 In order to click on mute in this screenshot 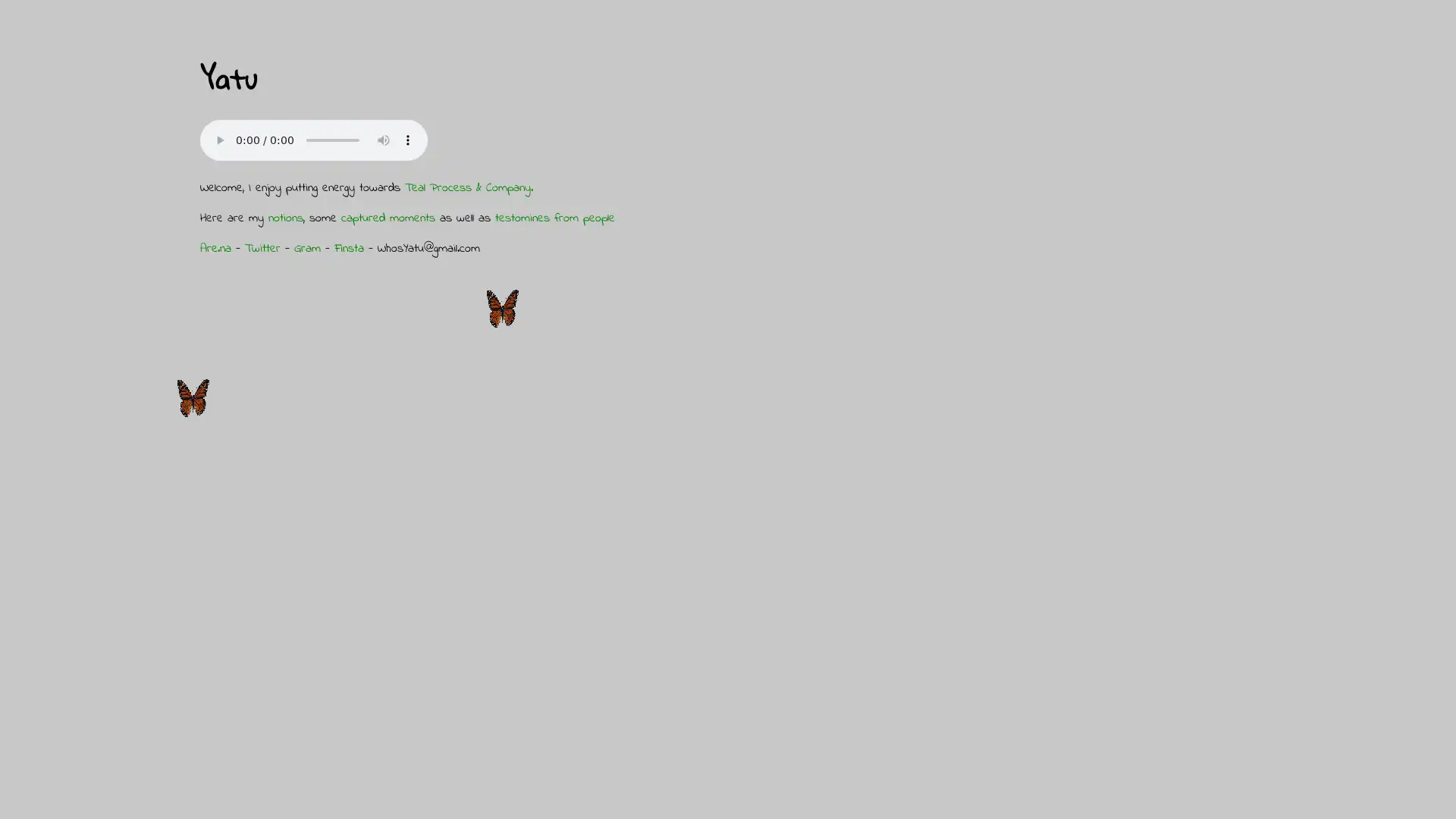, I will do `click(383, 140)`.